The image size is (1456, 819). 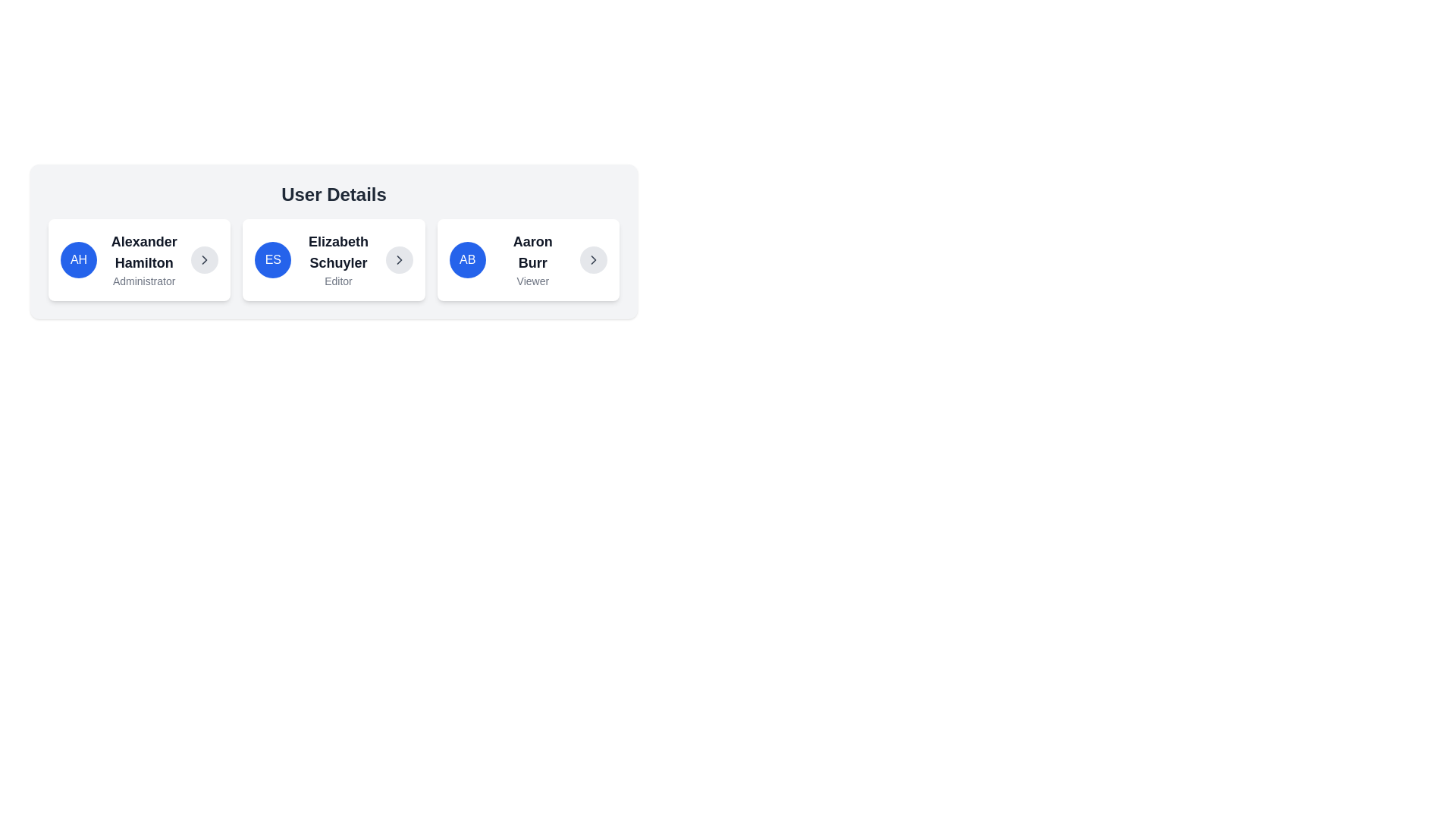 I want to click on the right-facing chevron icon within the circular button located in the 'User Details' section below 'Alexander Hamilton', so click(x=204, y=259).